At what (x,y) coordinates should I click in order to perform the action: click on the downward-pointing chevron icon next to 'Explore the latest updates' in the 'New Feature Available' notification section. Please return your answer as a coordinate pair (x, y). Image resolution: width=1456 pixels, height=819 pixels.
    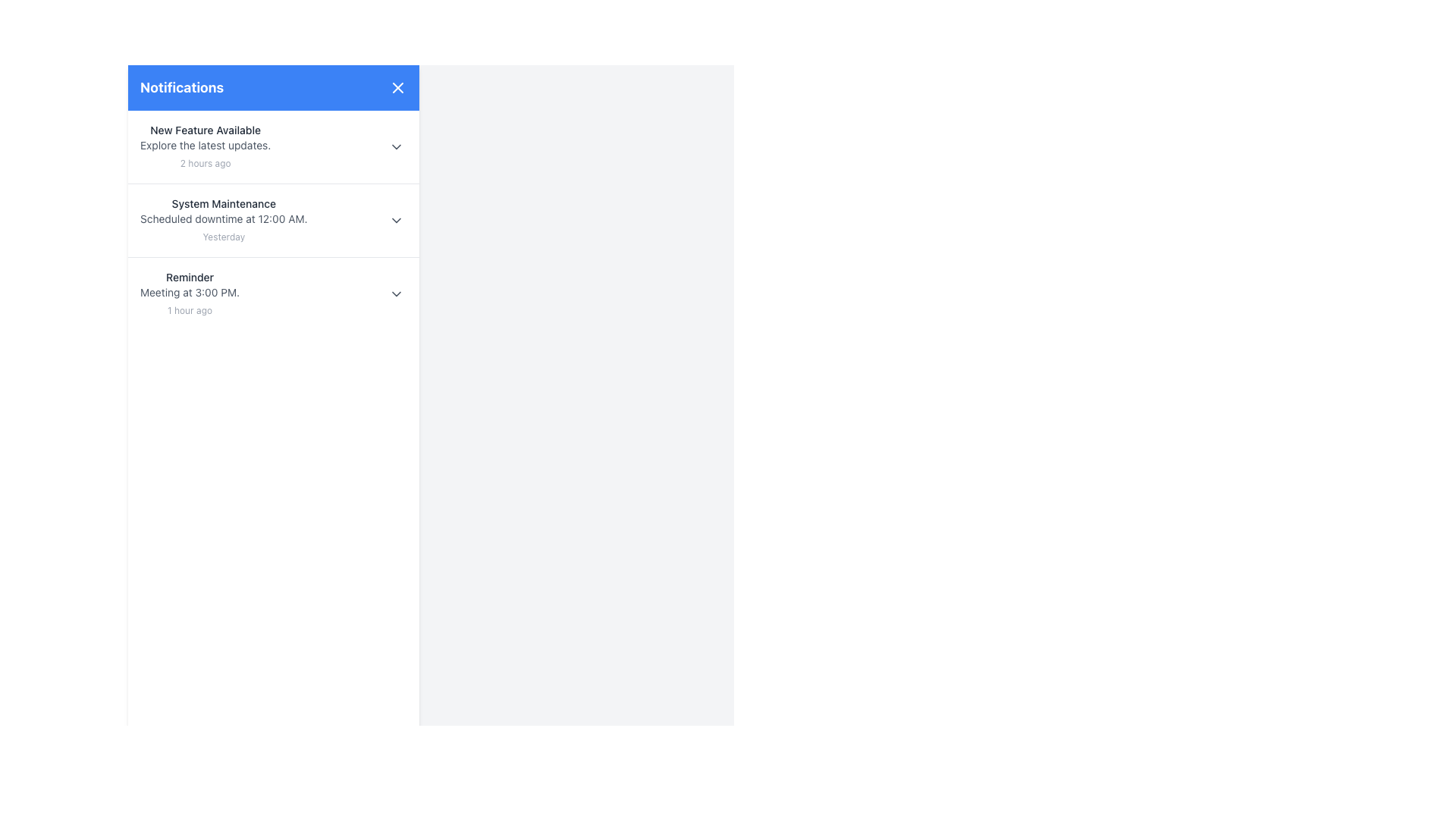
    Looking at the image, I should click on (397, 146).